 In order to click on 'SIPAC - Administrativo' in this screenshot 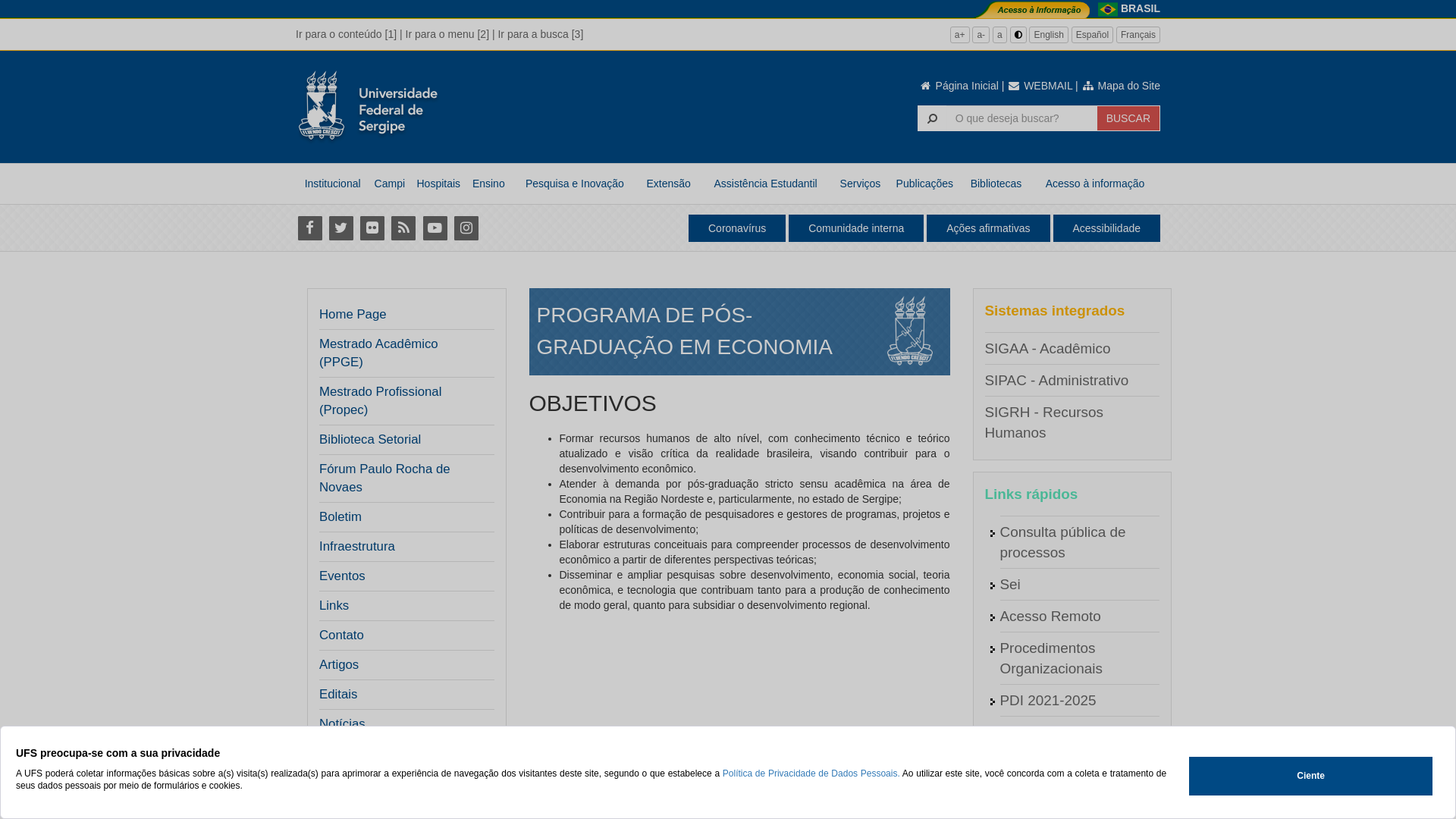, I will do `click(1055, 379)`.